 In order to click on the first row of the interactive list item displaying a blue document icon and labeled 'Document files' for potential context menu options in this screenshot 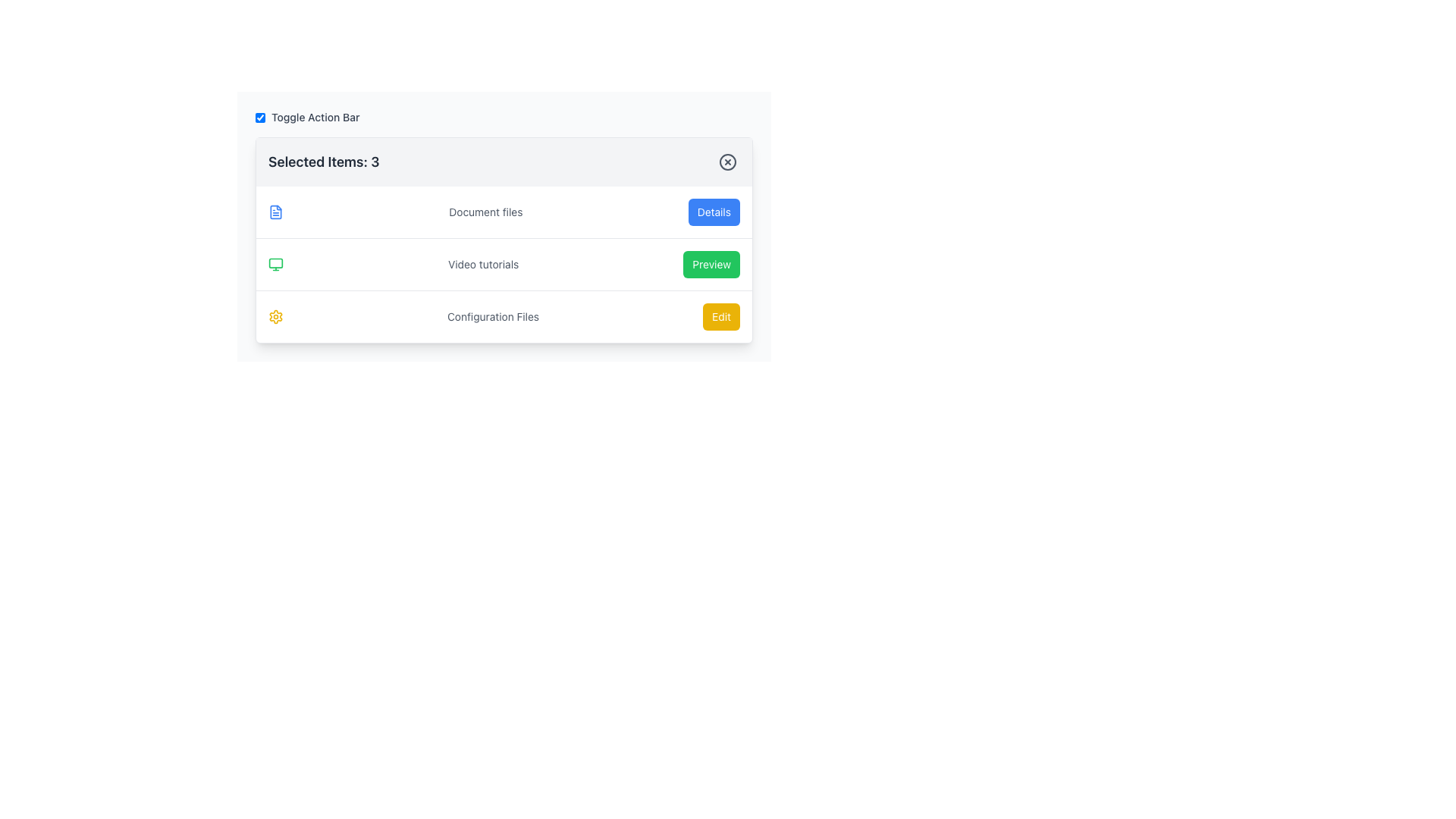, I will do `click(504, 212)`.